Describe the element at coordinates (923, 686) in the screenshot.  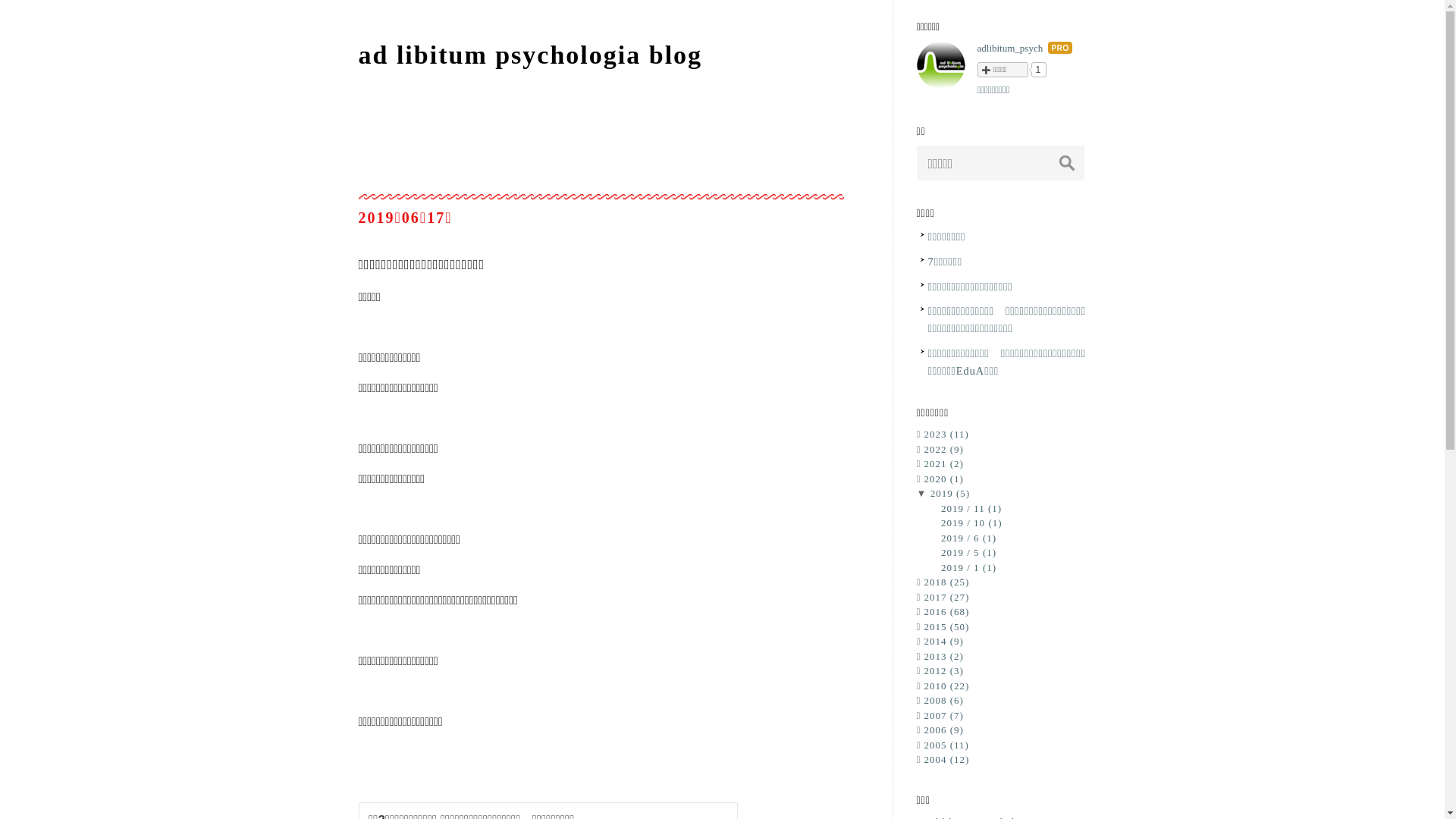
I see `'2010 (22)'` at that location.